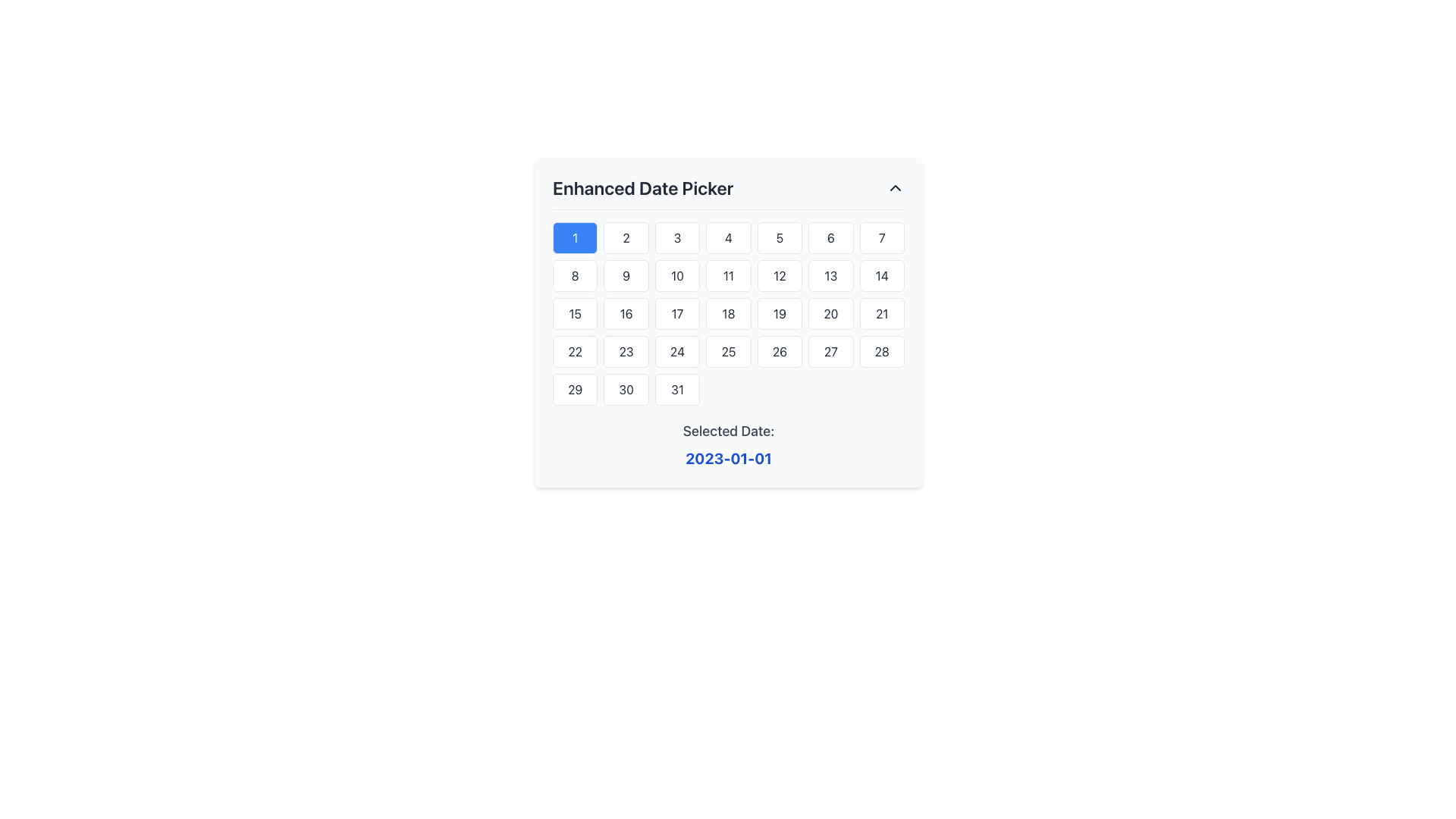  I want to click on the button representing the number '25' in the date picker, so click(728, 351).